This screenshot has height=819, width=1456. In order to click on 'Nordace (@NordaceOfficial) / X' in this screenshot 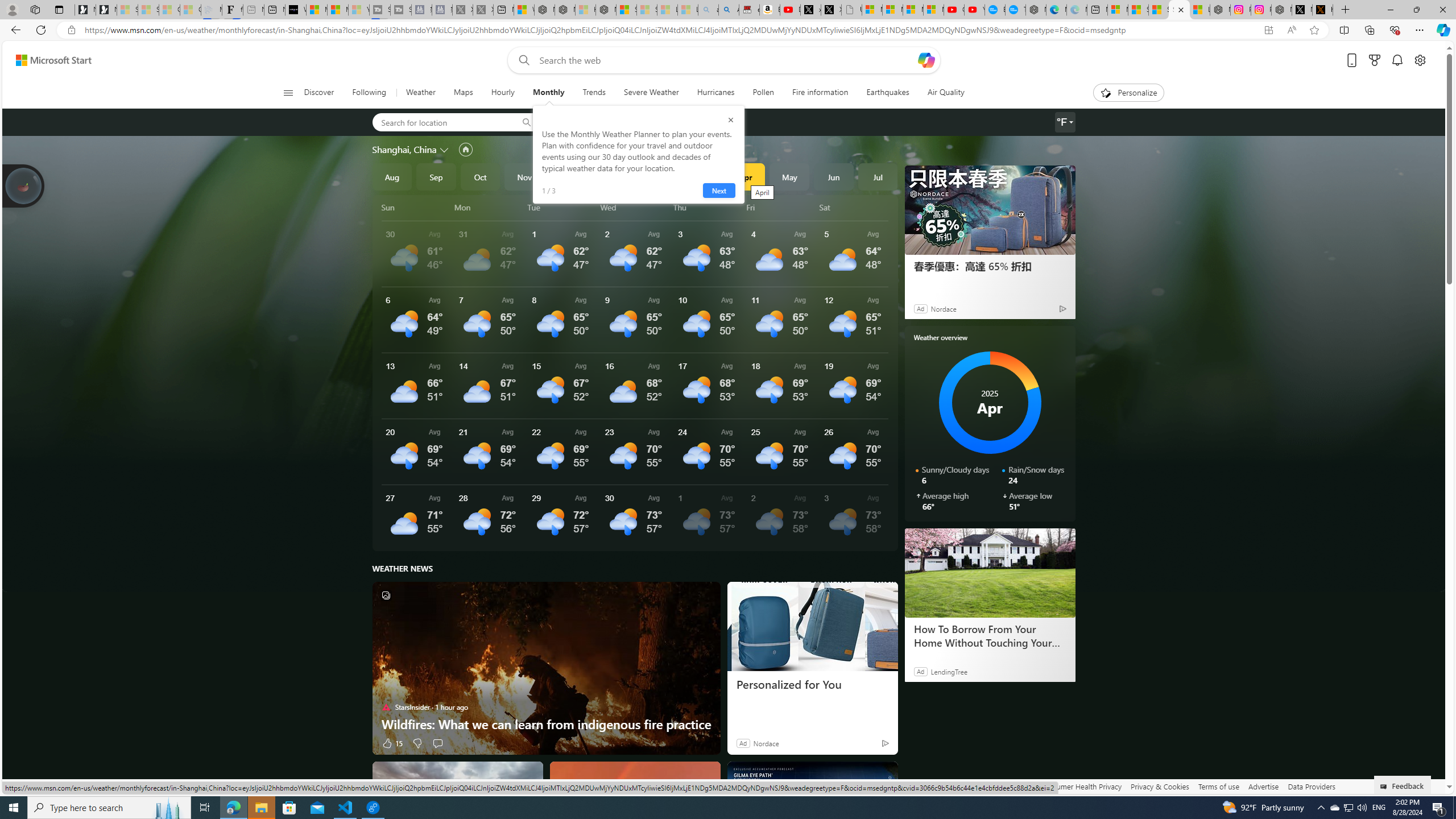, I will do `click(1301, 9)`.